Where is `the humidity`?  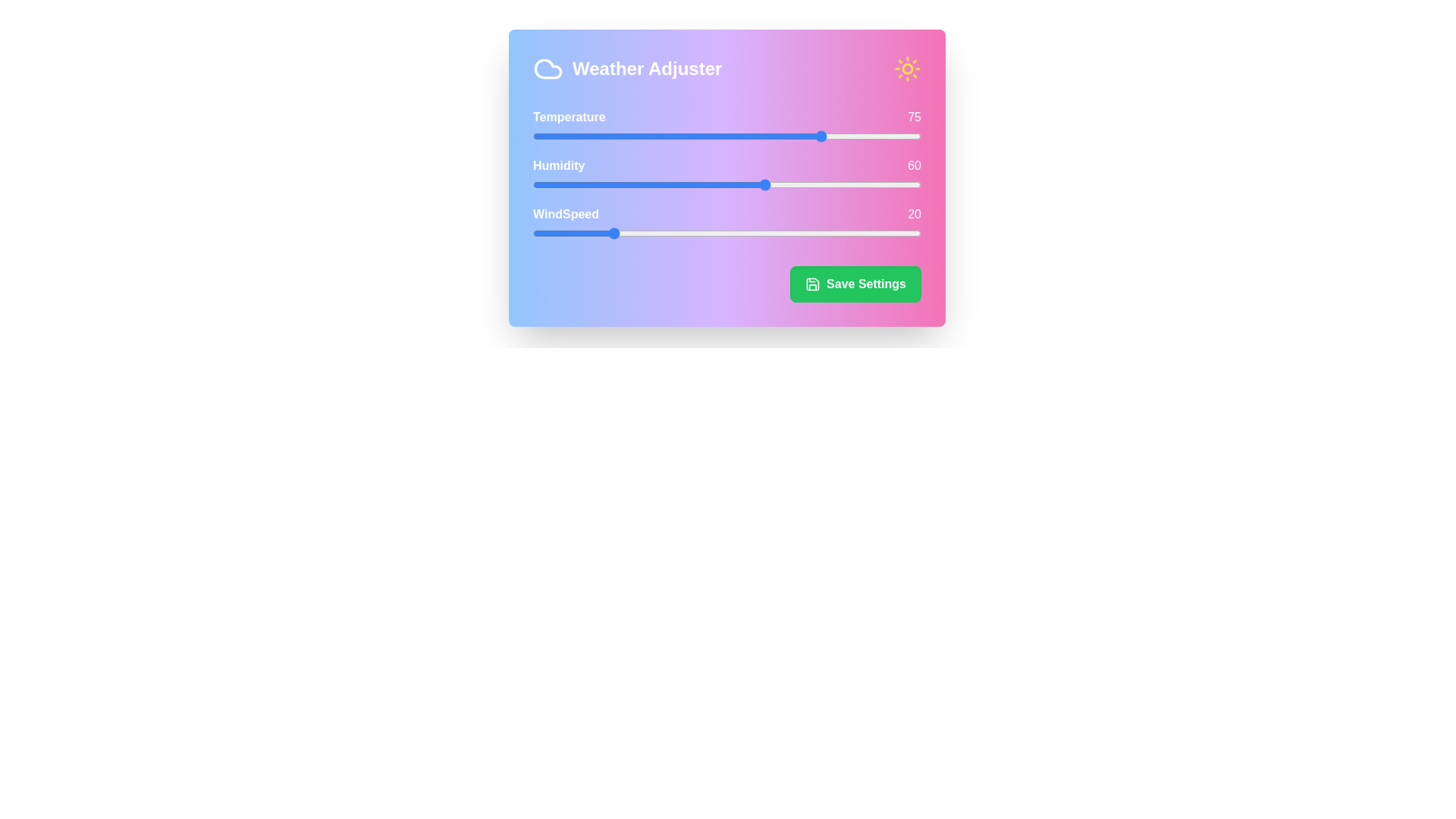
the humidity is located at coordinates (796, 184).